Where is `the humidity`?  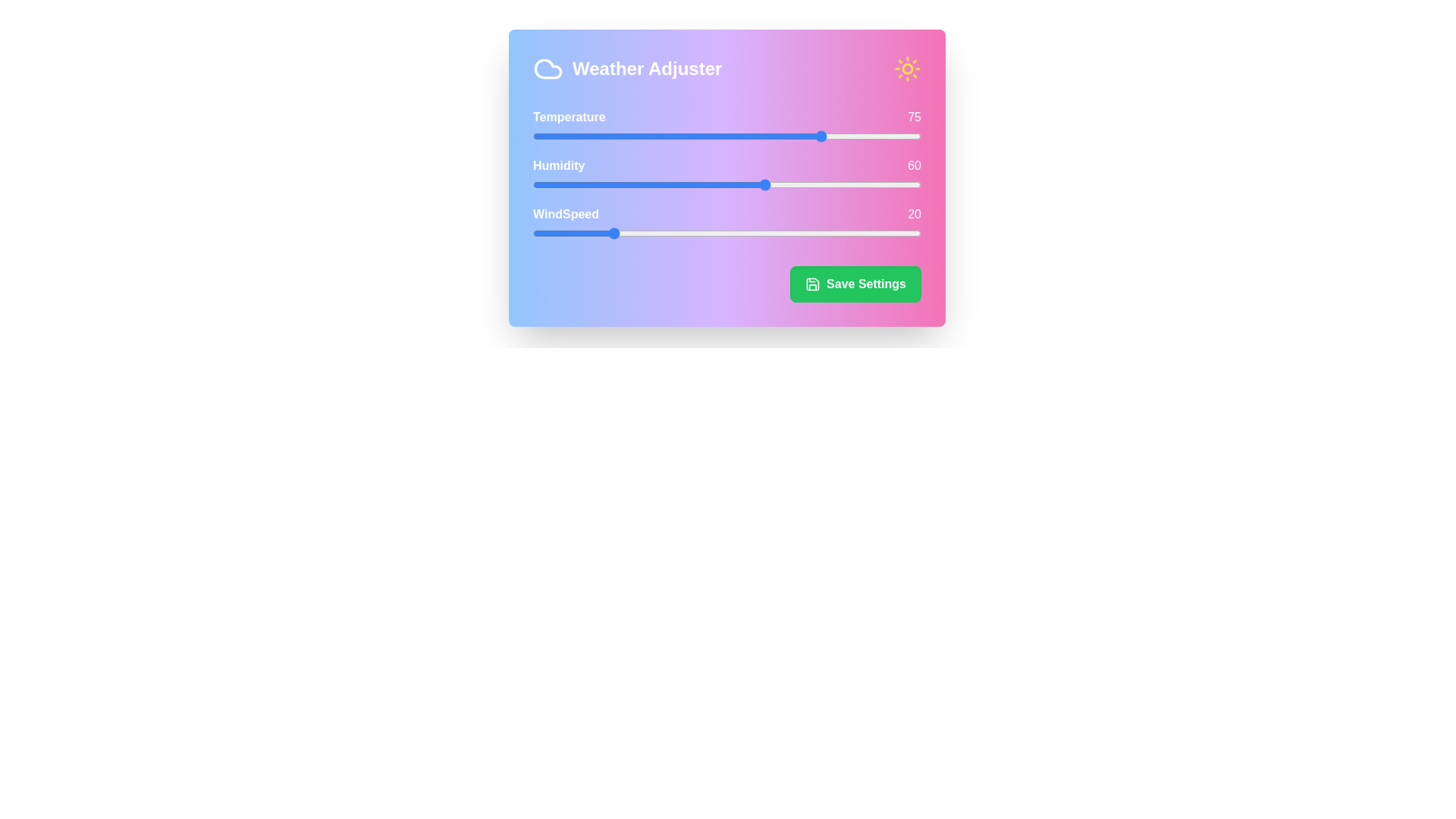
the humidity is located at coordinates (796, 184).